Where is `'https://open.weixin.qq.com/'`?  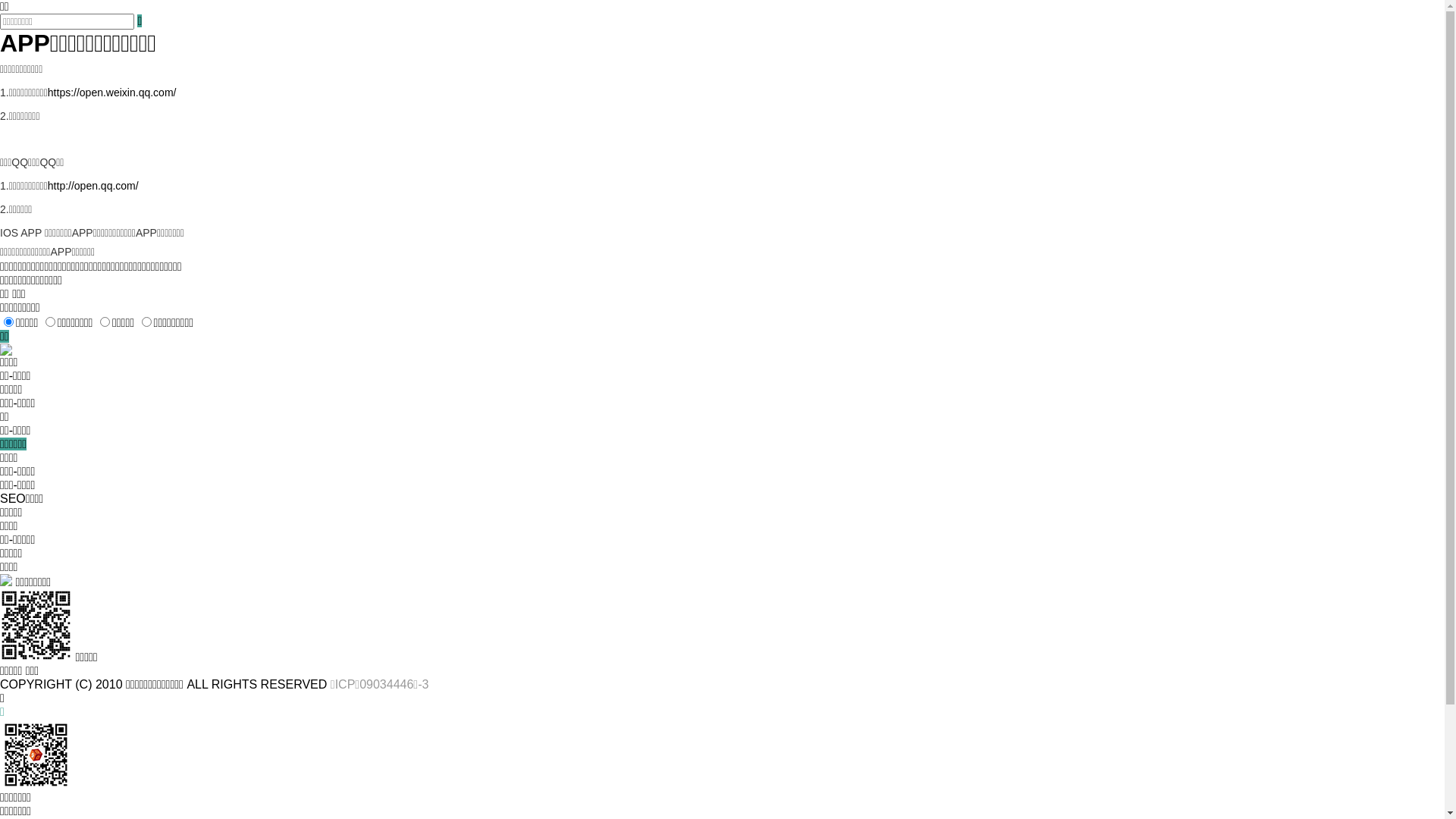
'https://open.weixin.qq.com/' is located at coordinates (47, 93).